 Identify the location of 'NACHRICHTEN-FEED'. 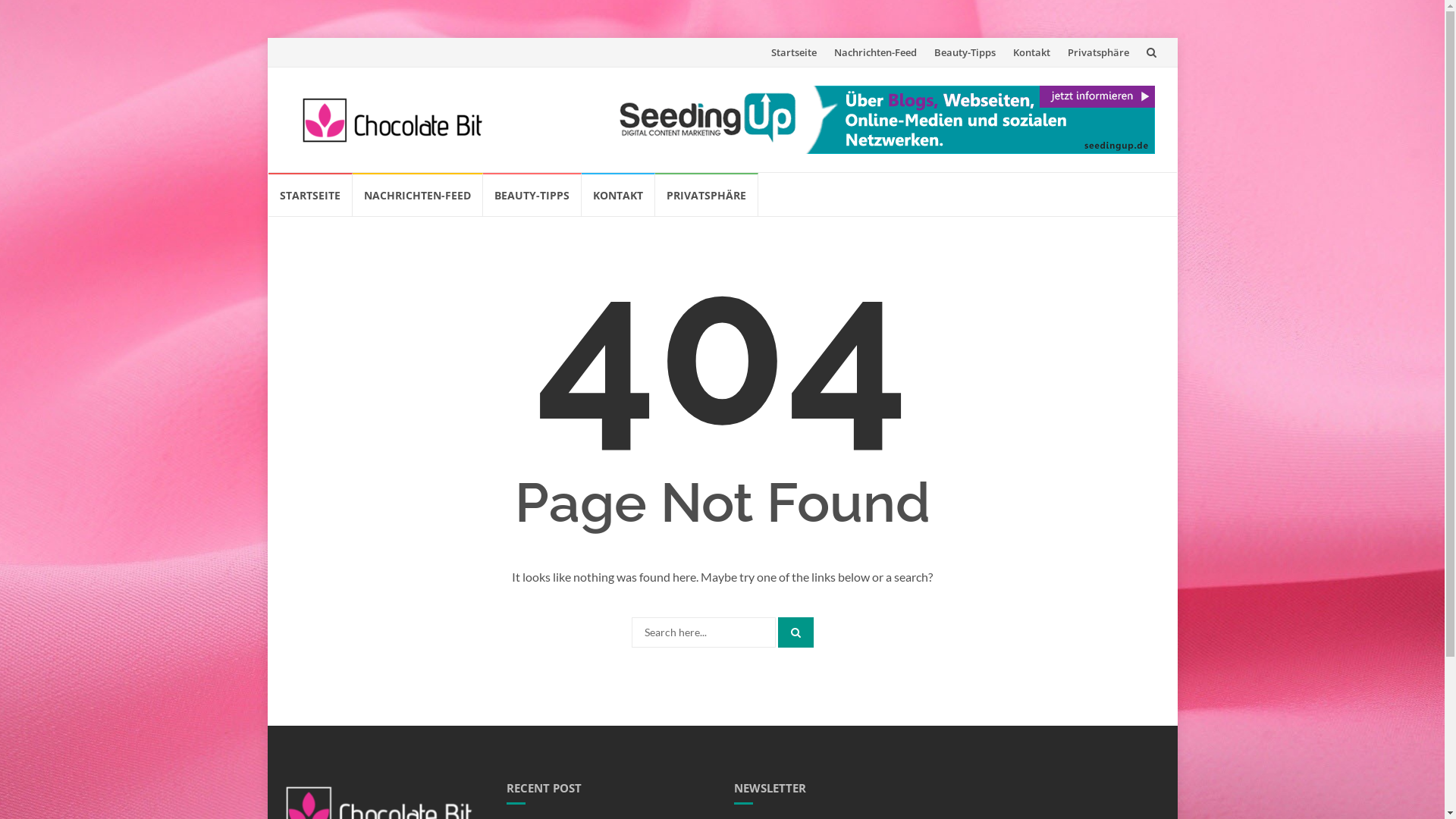
(417, 193).